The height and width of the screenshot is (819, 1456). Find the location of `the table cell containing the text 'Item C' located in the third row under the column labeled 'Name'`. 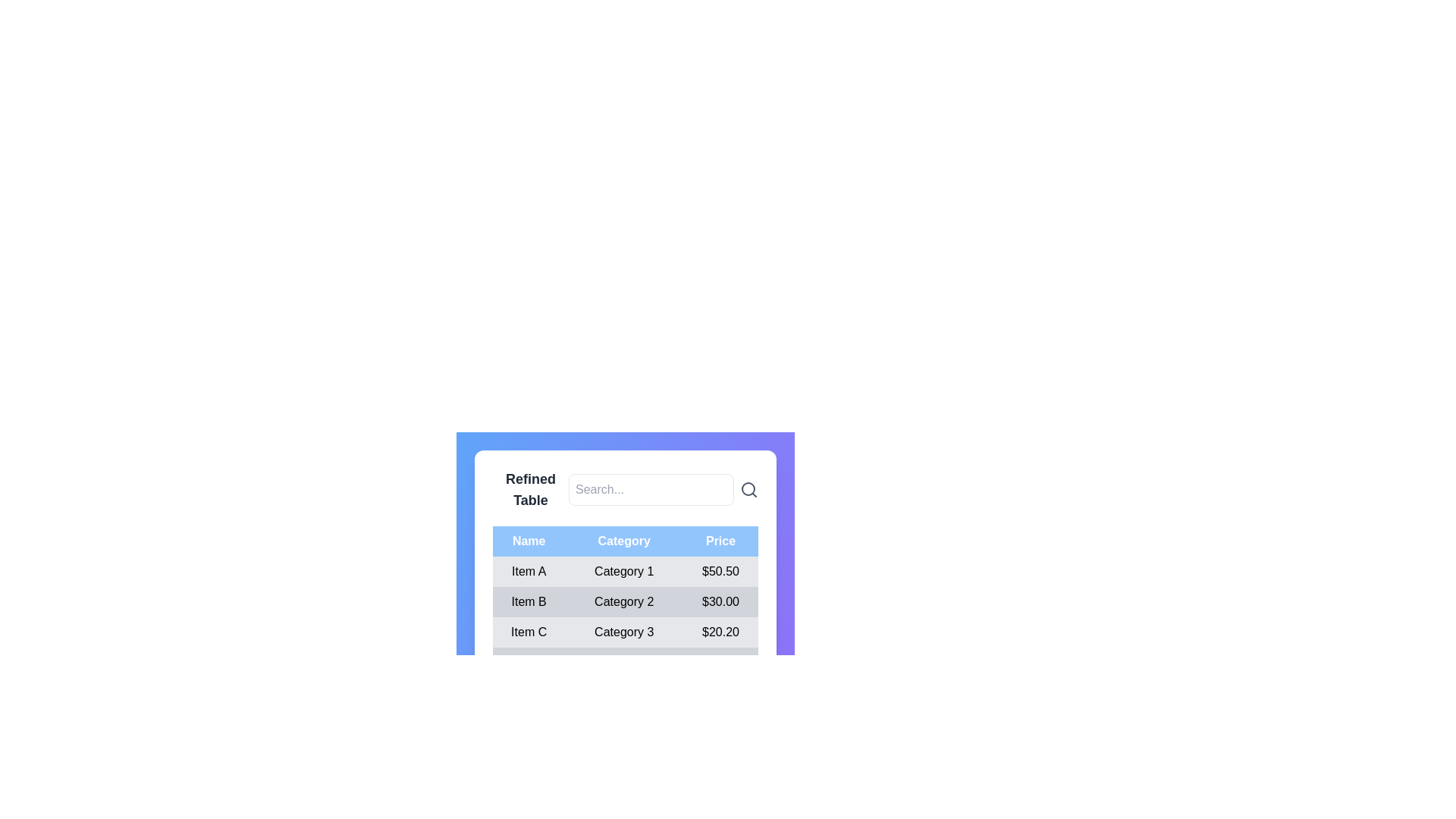

the table cell containing the text 'Item C' located in the third row under the column labeled 'Name' is located at coordinates (529, 632).